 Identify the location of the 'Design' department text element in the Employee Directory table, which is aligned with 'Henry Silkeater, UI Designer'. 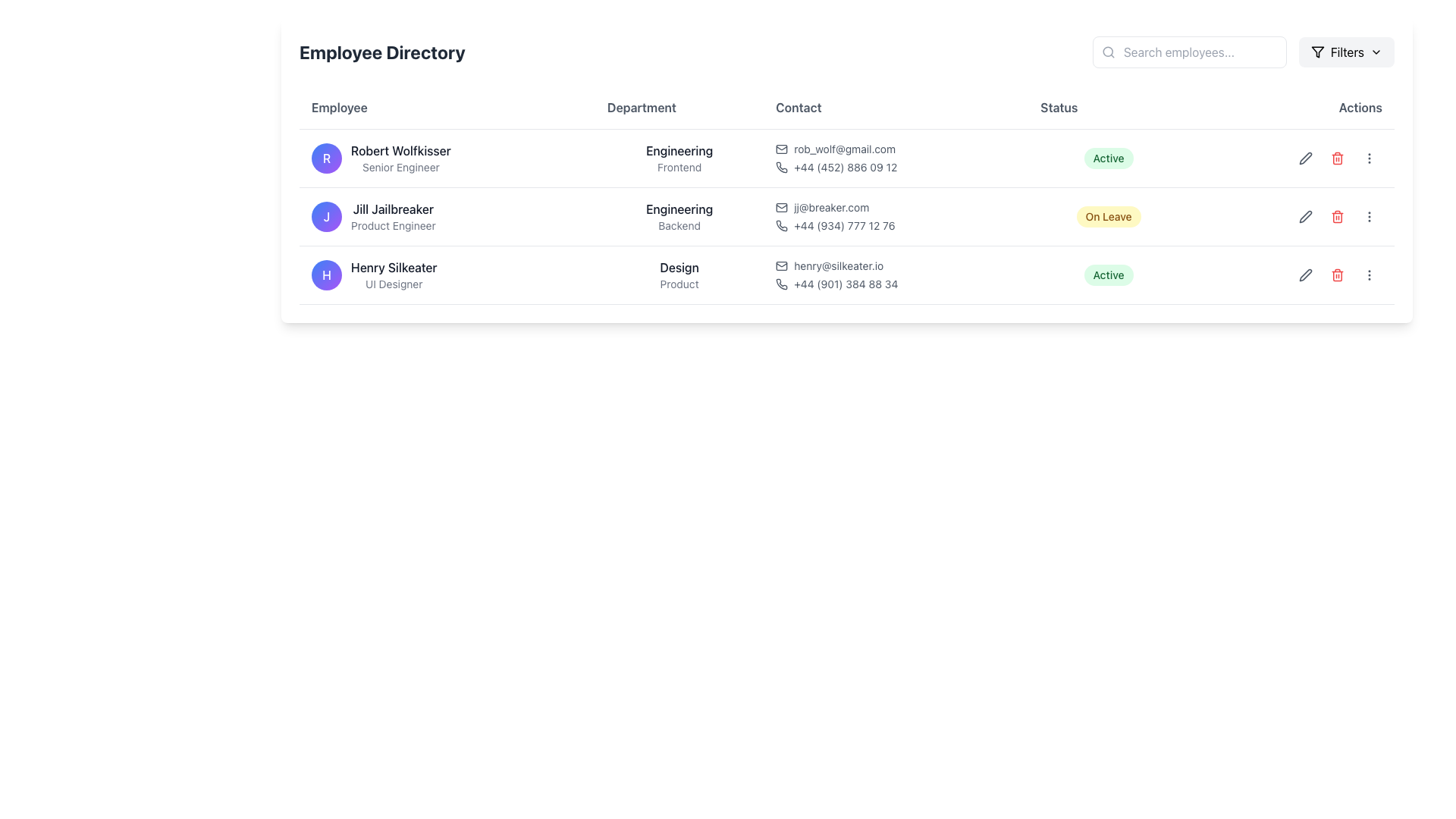
(679, 275).